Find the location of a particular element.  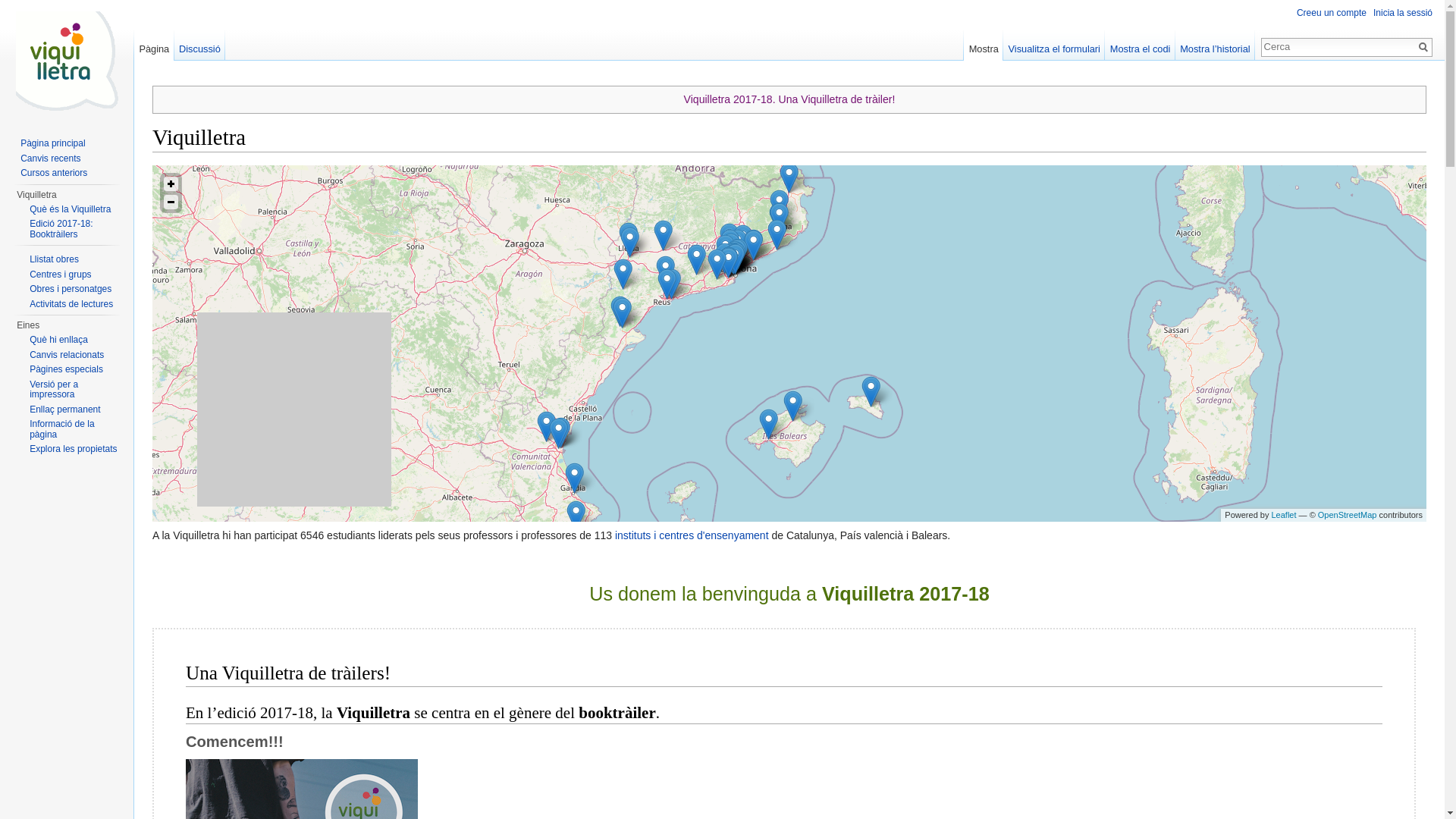

'Creeu un compte' is located at coordinates (1331, 12).